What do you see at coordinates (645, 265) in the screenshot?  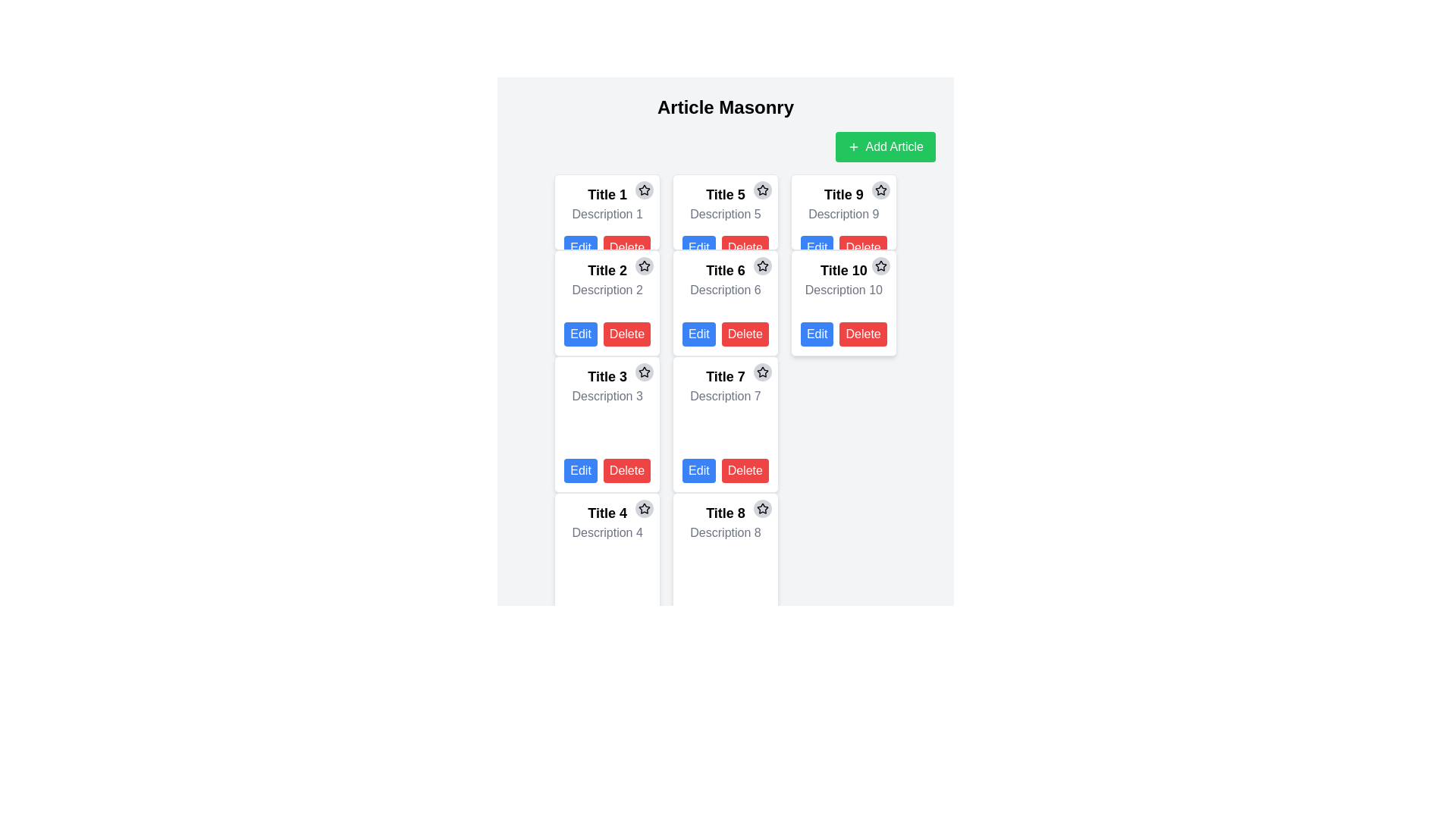 I see `the star icon in the grey circular button located at the top-right of the card labeled 'Title 2'` at bounding box center [645, 265].